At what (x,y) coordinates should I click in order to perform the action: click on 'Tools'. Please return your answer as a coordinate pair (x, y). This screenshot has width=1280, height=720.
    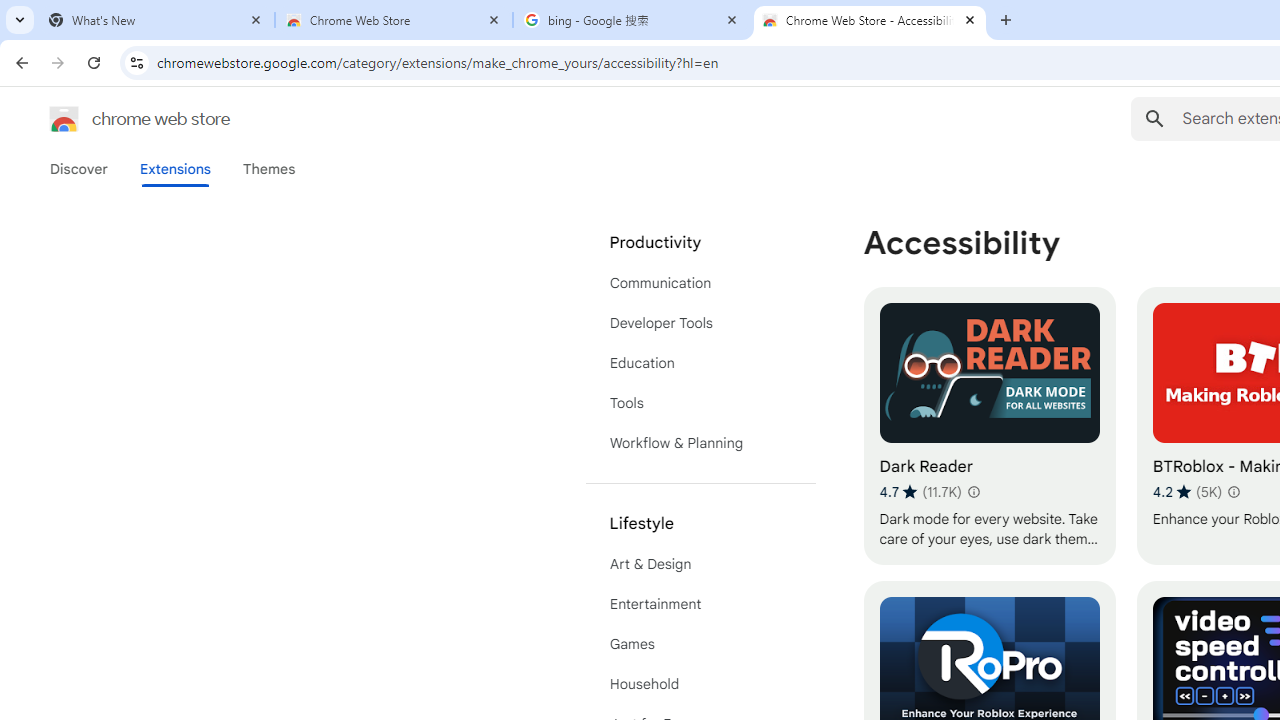
    Looking at the image, I should click on (700, 403).